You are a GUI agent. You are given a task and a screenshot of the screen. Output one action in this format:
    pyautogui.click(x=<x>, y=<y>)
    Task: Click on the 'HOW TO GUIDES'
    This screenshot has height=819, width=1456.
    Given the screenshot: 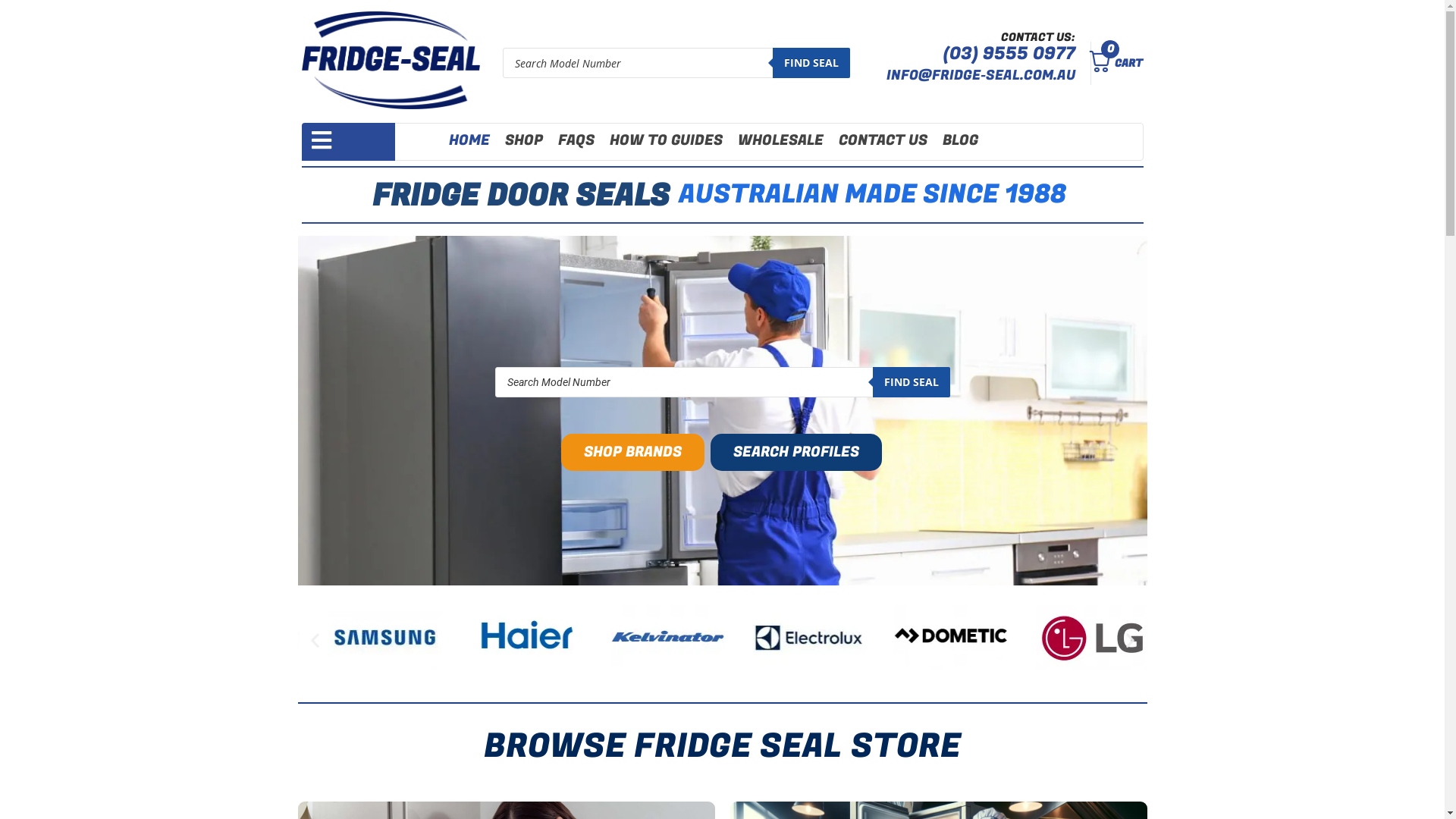 What is the action you would take?
    pyautogui.click(x=666, y=140)
    